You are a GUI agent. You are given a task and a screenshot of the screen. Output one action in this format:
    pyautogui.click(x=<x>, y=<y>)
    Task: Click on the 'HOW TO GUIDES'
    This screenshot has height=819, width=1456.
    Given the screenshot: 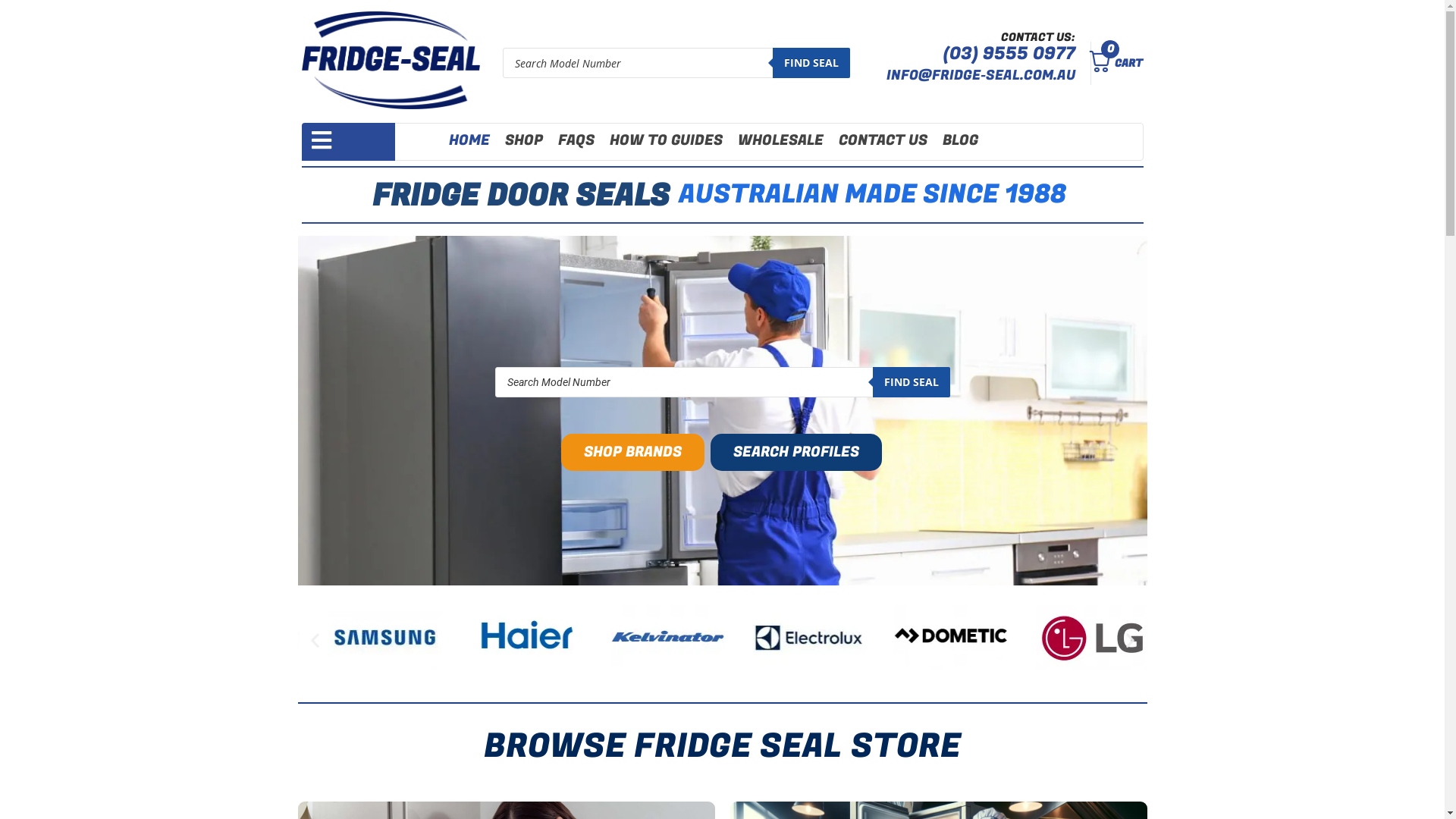 What is the action you would take?
    pyautogui.click(x=666, y=140)
    